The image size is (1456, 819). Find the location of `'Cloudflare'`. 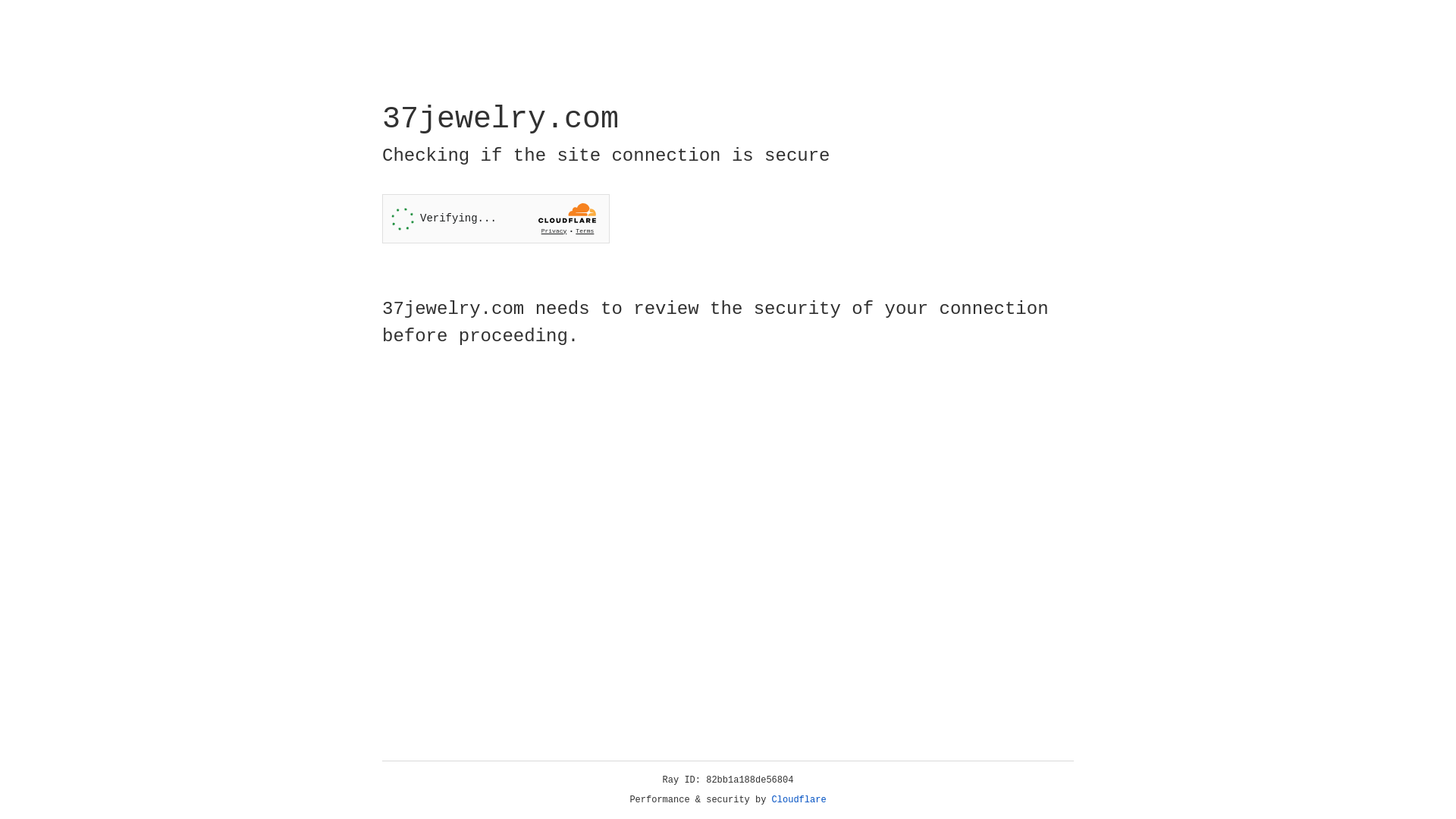

'Cloudflare' is located at coordinates (799, 799).